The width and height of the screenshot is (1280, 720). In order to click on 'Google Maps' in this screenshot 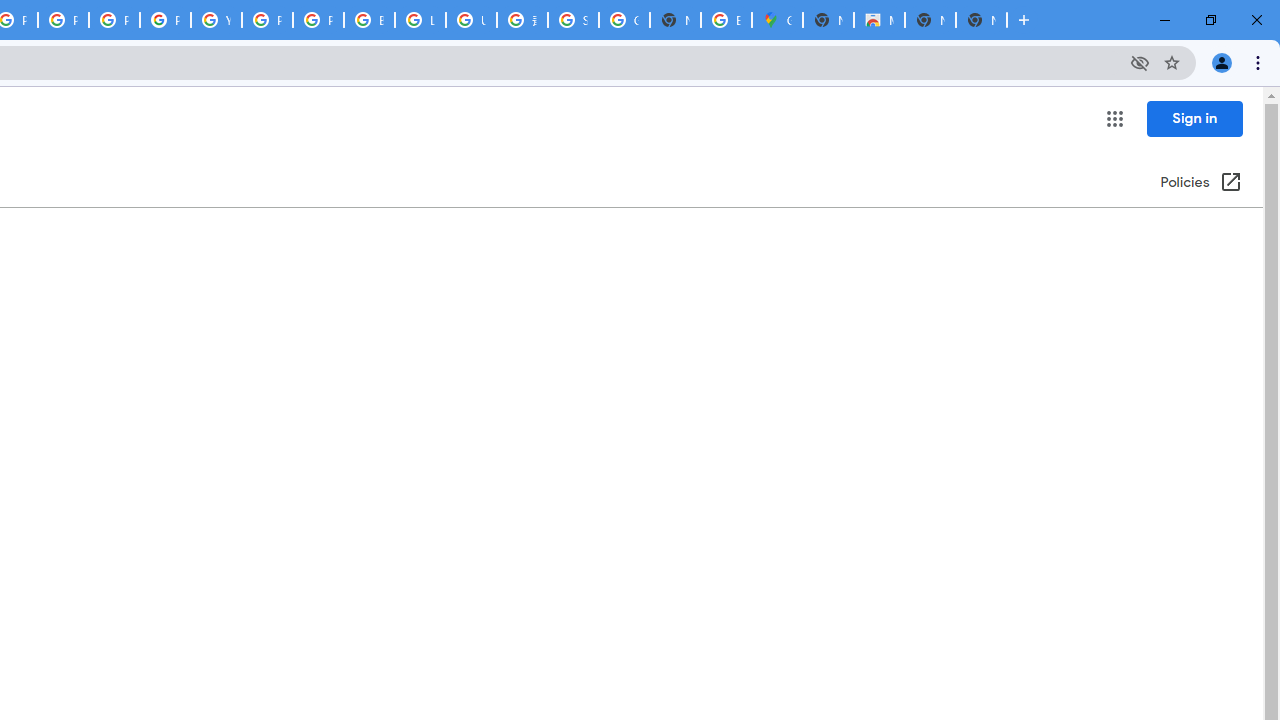, I will do `click(775, 20)`.